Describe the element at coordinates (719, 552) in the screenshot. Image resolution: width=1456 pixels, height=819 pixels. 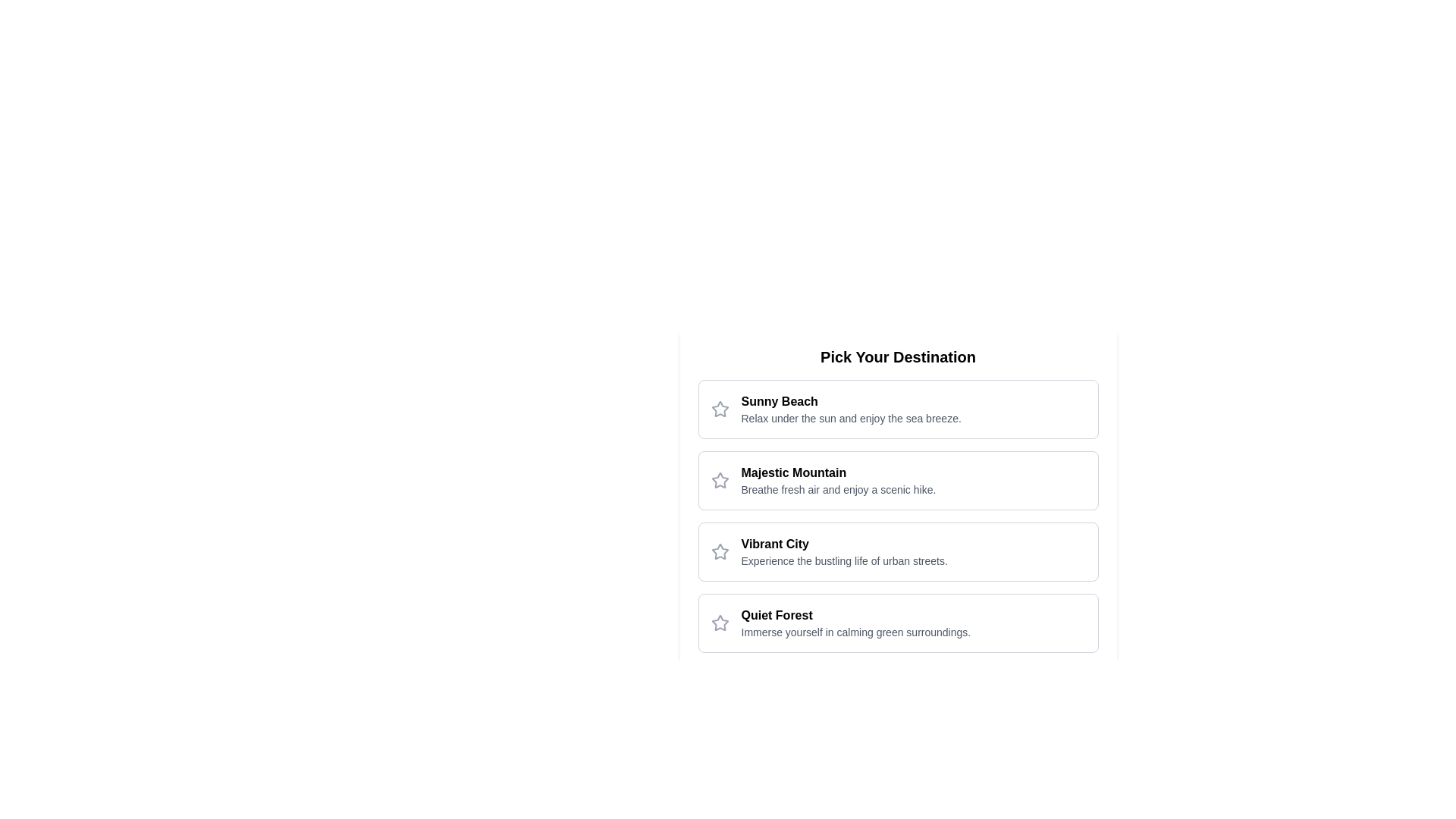
I see `the star icon located in the third card from the top, aligned with the 'Vibrant City' text` at that location.